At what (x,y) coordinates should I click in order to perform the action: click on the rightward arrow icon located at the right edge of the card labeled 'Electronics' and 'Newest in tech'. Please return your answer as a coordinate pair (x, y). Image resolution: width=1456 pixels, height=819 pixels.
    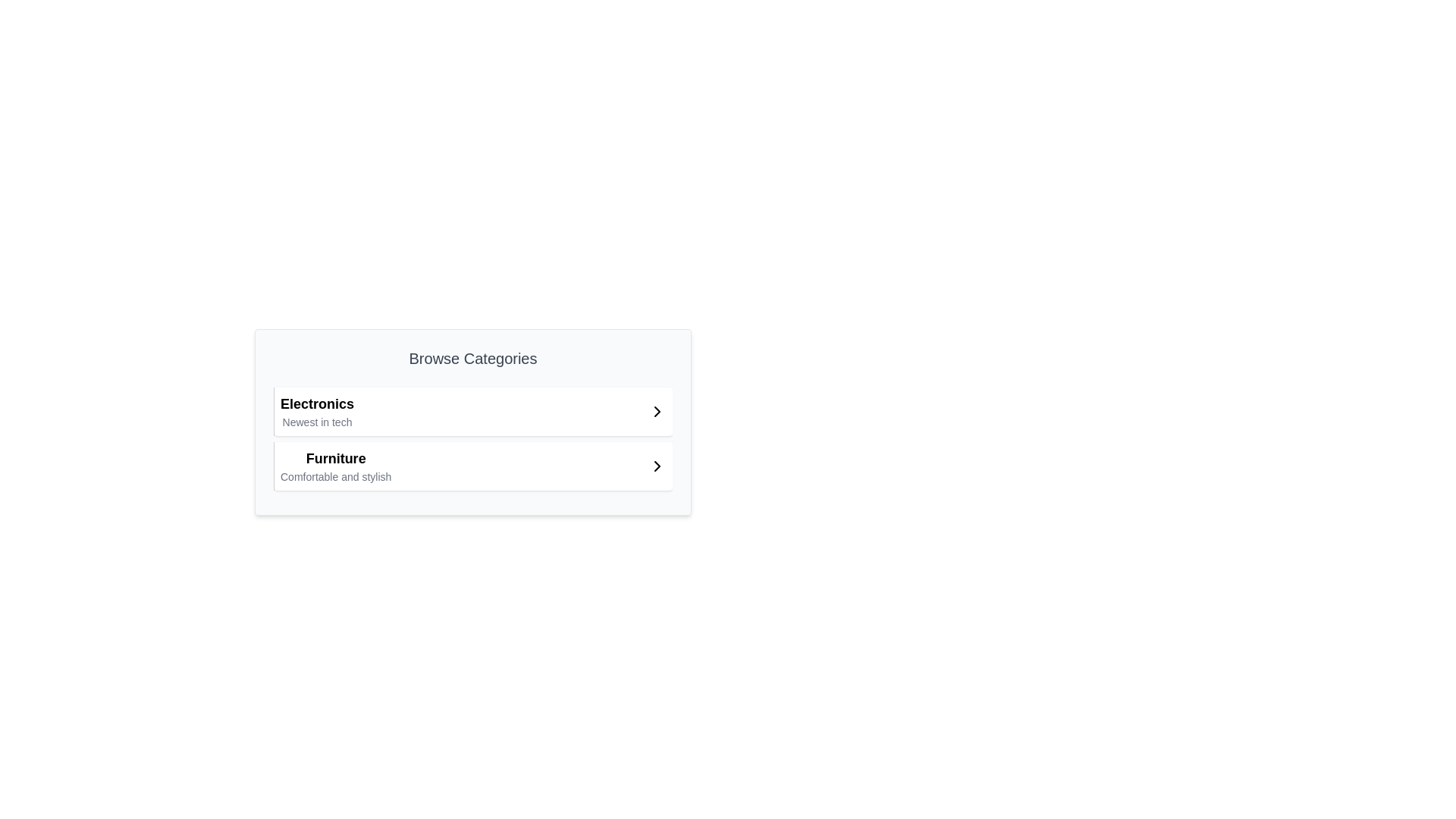
    Looking at the image, I should click on (657, 412).